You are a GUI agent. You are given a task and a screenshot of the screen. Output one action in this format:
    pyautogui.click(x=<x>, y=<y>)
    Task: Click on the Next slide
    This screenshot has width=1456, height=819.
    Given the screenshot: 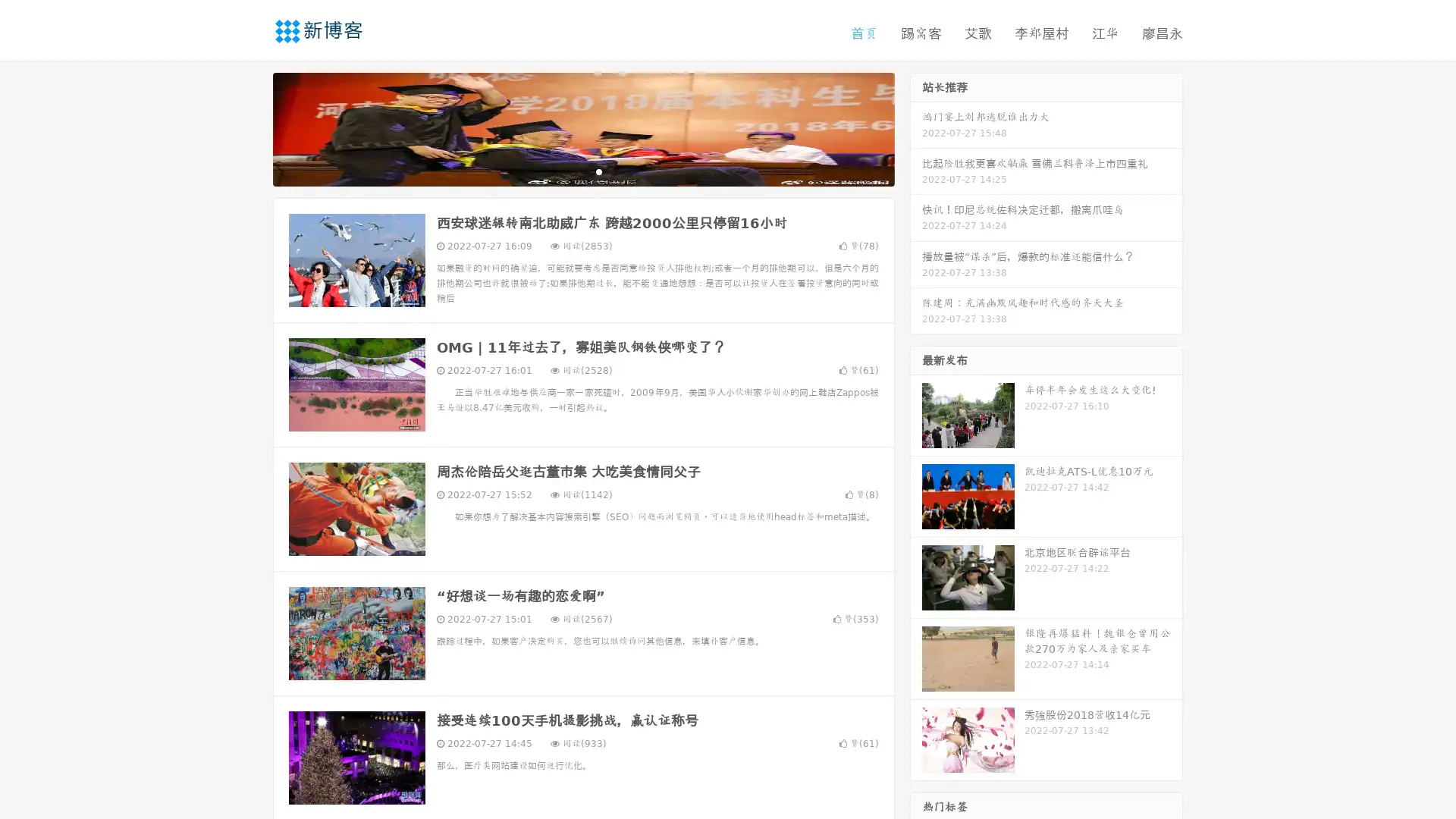 What is the action you would take?
    pyautogui.click(x=916, y=127)
    